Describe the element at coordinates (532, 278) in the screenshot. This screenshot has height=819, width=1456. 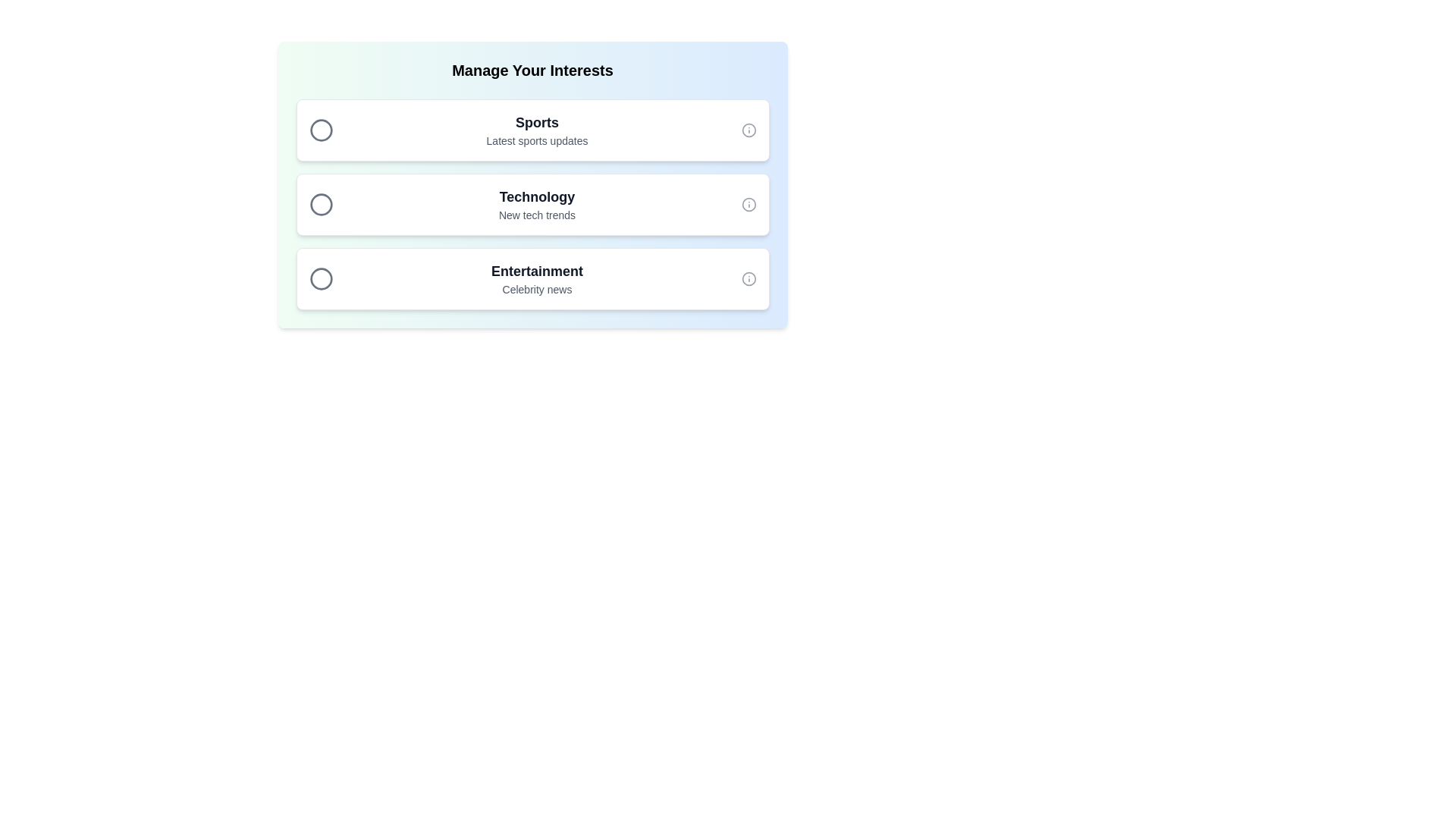
I see `the chip item labeled Entertainment to observe the visual feedback` at that location.